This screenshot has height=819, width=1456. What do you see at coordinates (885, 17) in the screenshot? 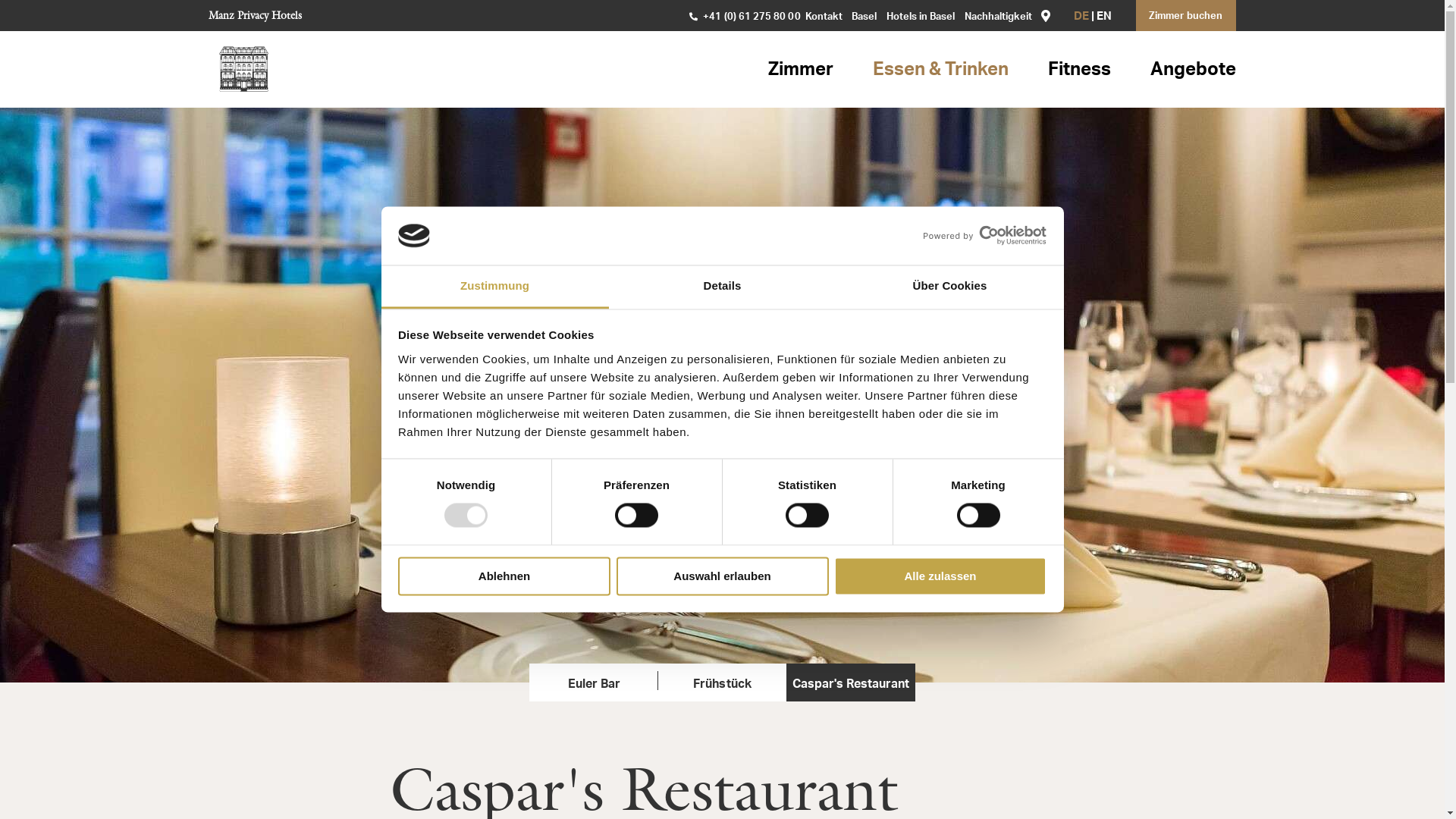
I see `'Hotels in Basel'` at bounding box center [885, 17].